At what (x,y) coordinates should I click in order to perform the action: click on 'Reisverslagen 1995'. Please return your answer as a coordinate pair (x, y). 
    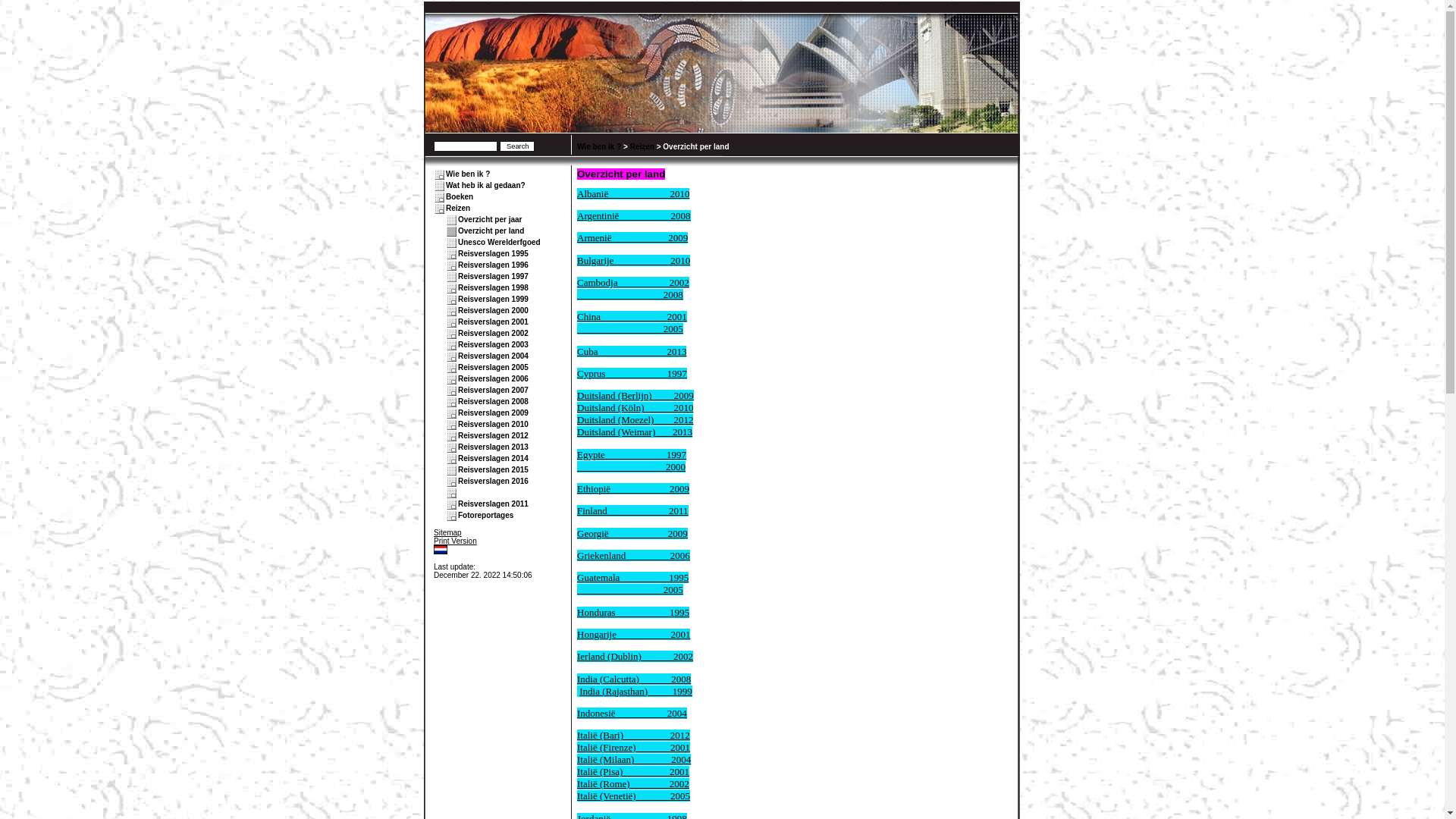
    Looking at the image, I should click on (493, 253).